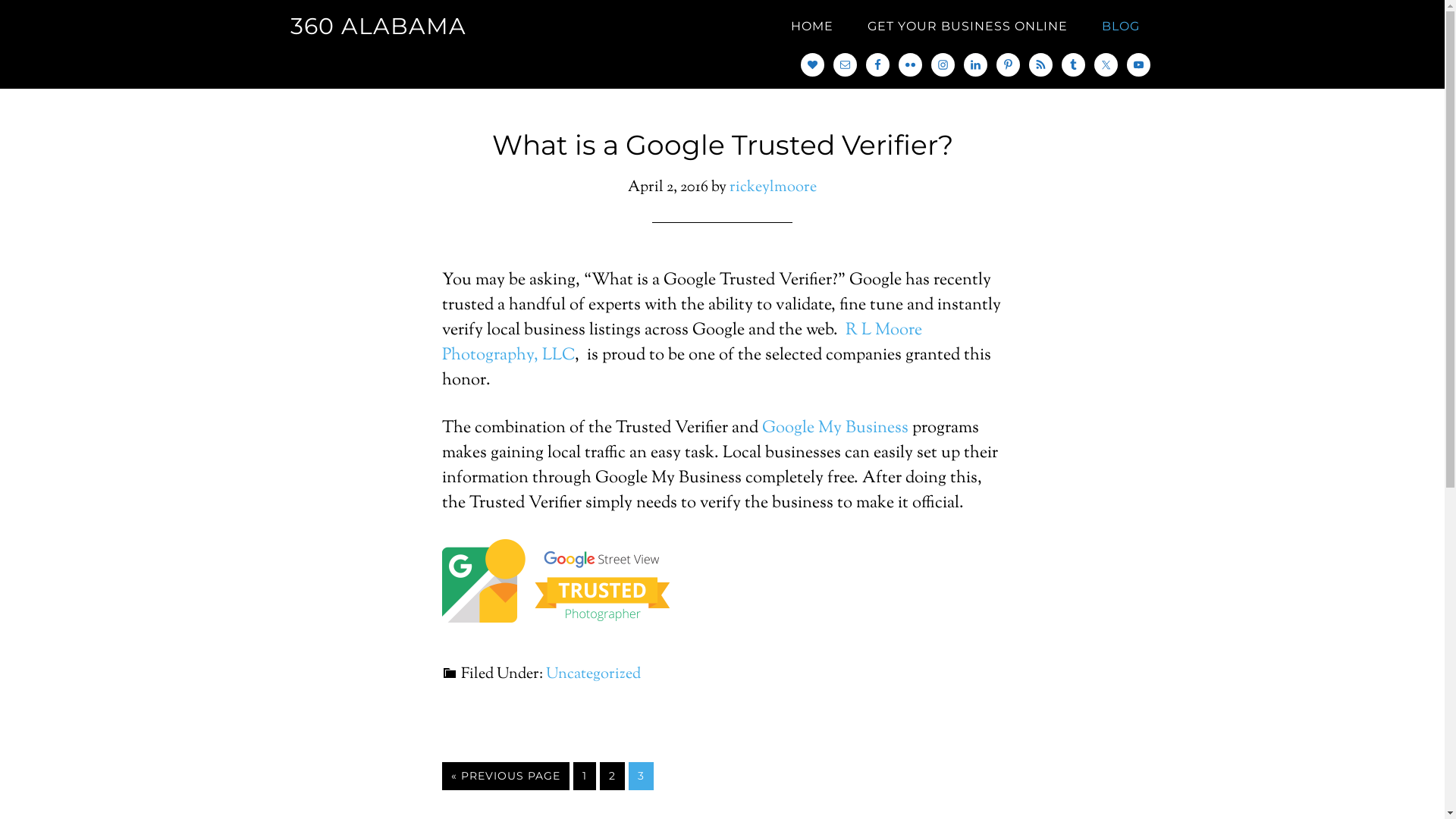 The image size is (1456, 819). Describe the element at coordinates (773, 187) in the screenshot. I see `'rickeylmoore'` at that location.